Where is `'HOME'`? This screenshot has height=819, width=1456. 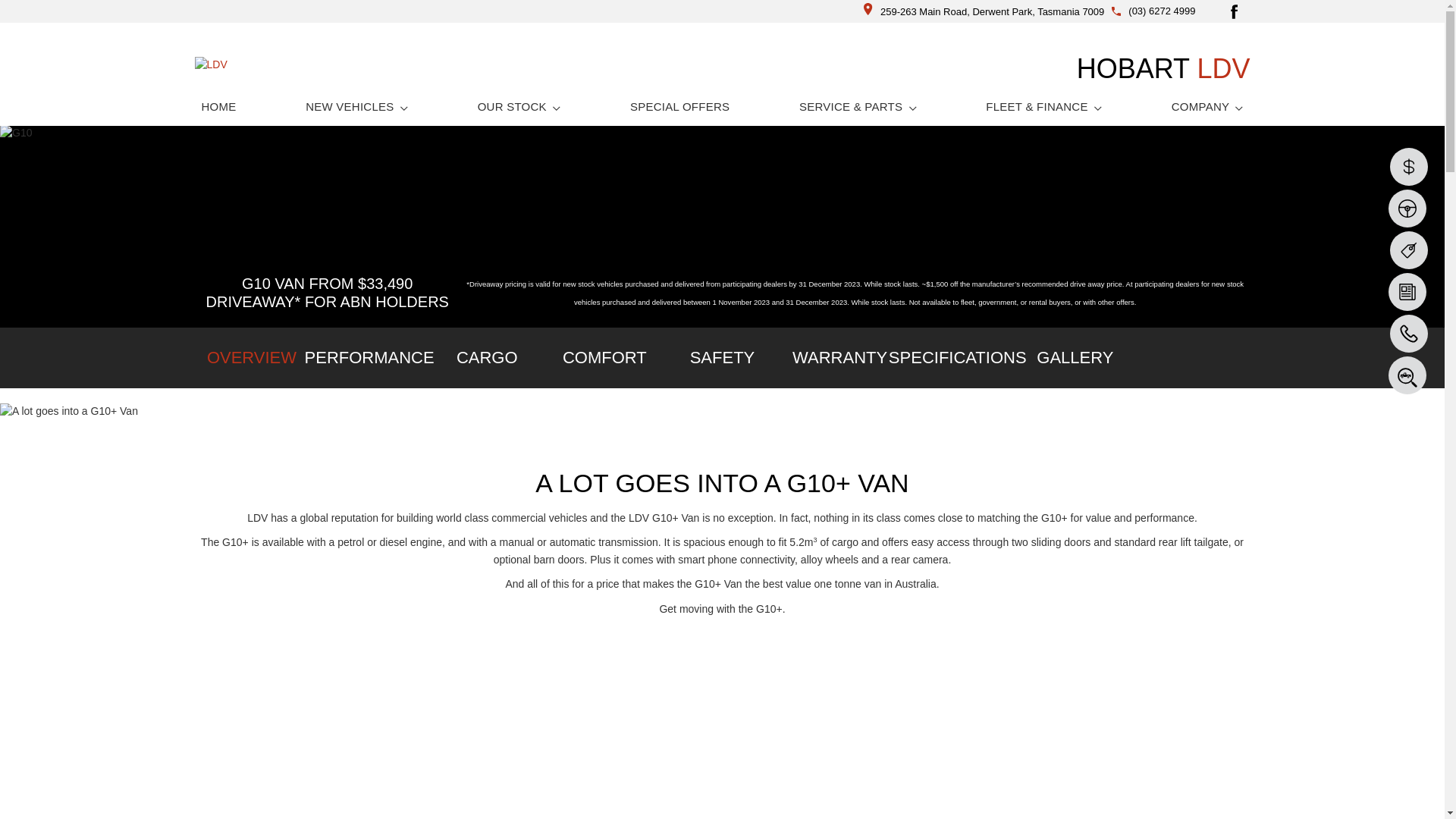
'HOME' is located at coordinates (218, 105).